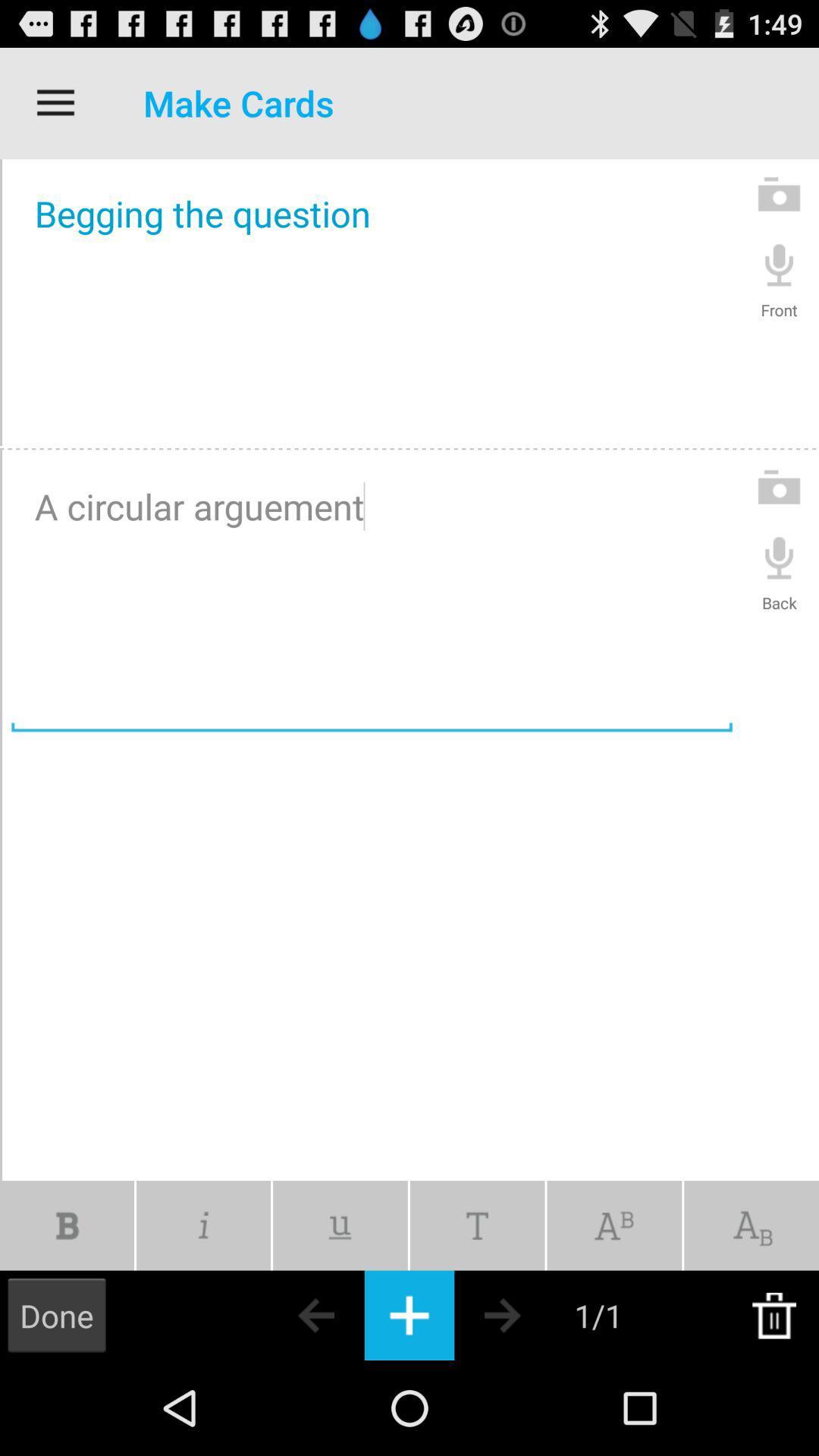  What do you see at coordinates (339, 1225) in the screenshot?
I see `the third button which is left to the button t` at bounding box center [339, 1225].